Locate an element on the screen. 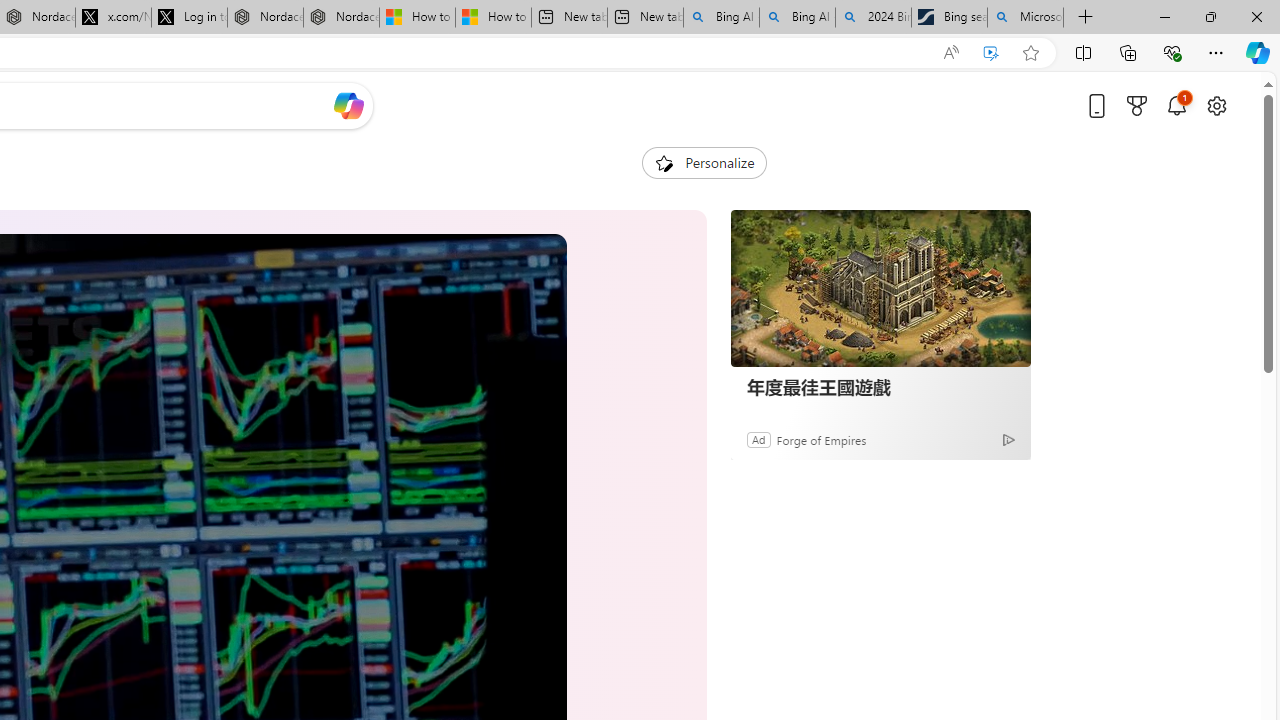  'Copilot (Ctrl+Shift+.)' is located at coordinates (1257, 51).